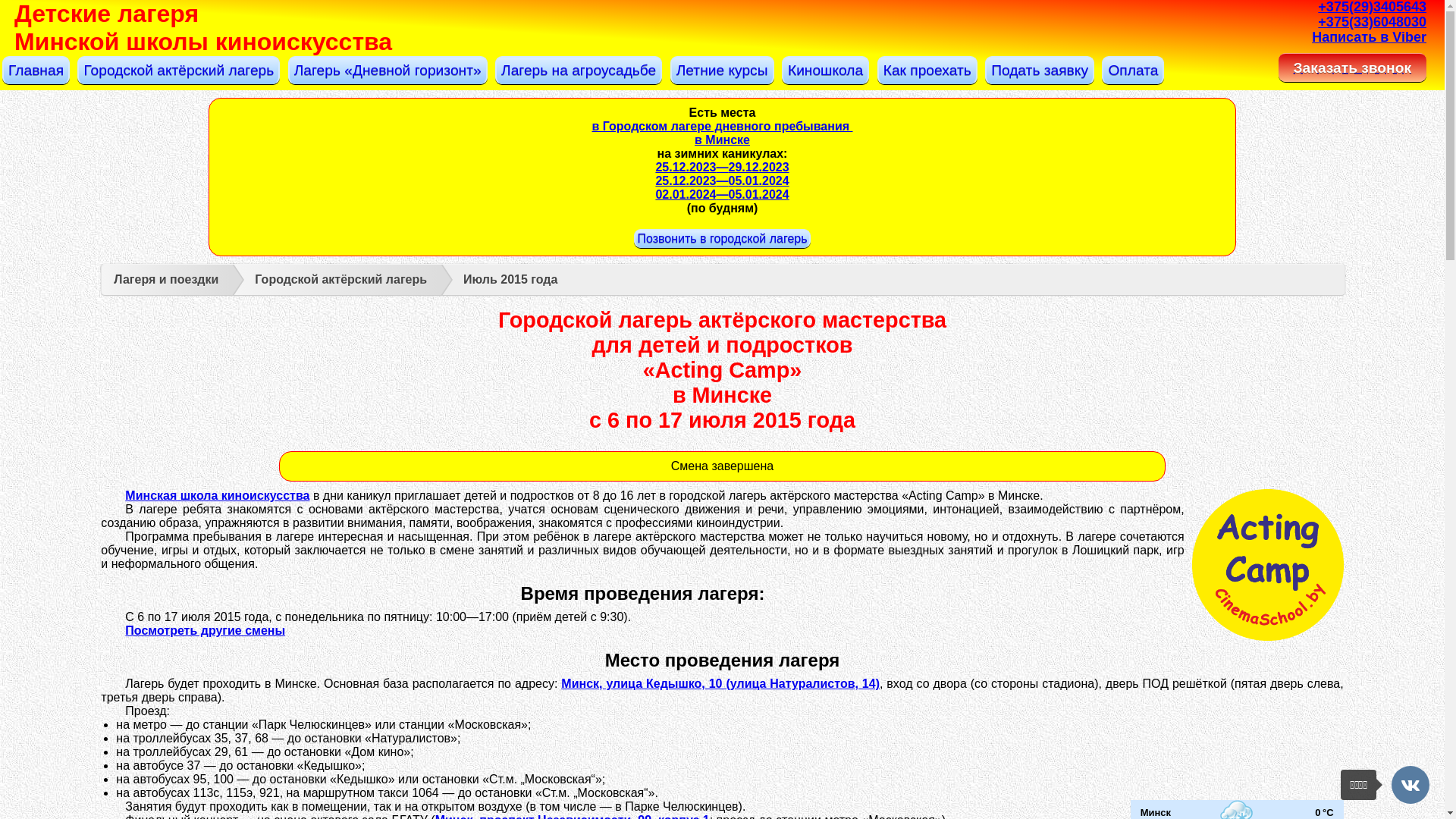 The image size is (1456, 819). Describe the element at coordinates (1372, 22) in the screenshot. I see `'+375(33)6048030'` at that location.